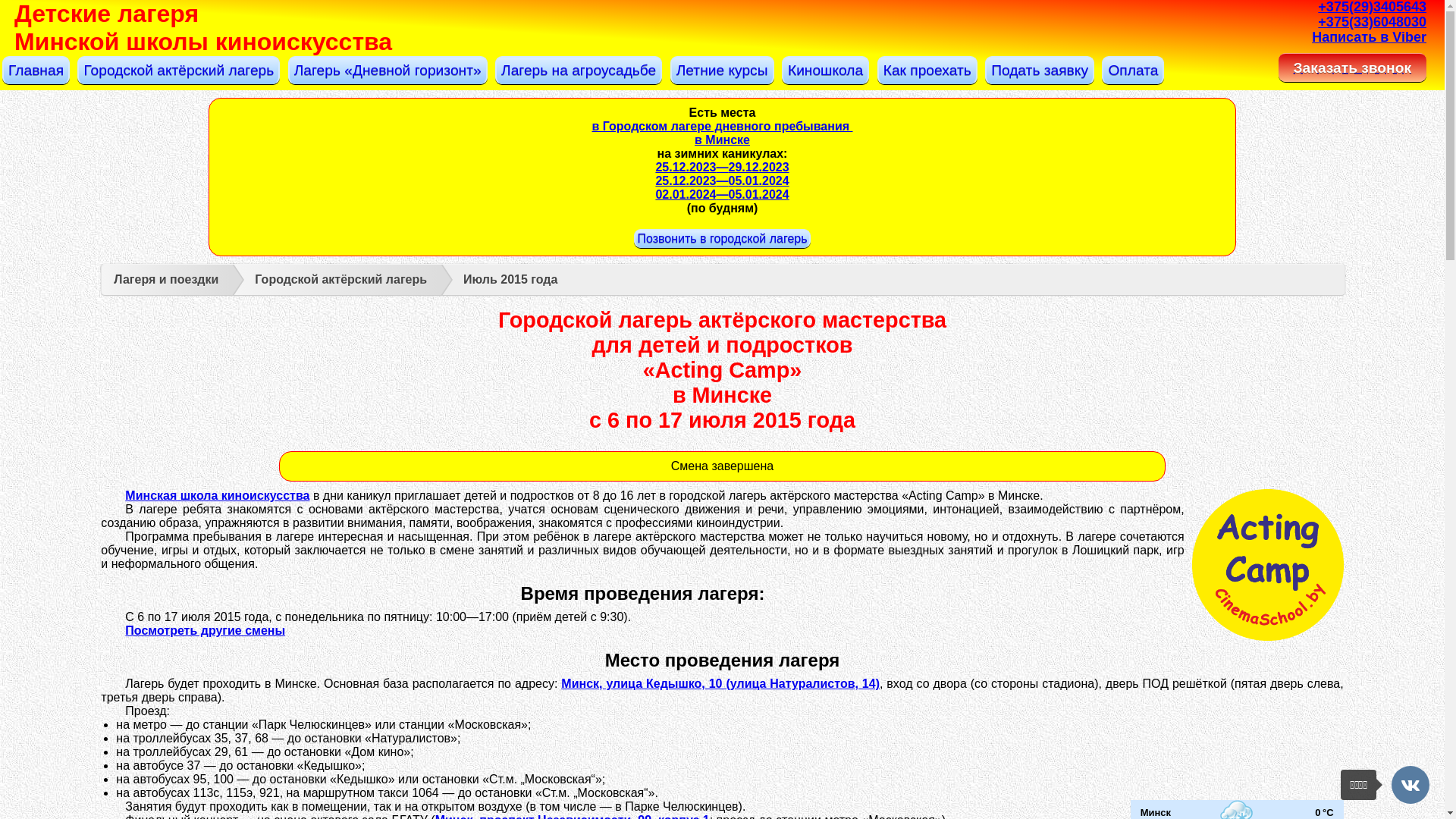 The image size is (1456, 819). Describe the element at coordinates (1372, 22) in the screenshot. I see `'+375(33)6048030'` at that location.